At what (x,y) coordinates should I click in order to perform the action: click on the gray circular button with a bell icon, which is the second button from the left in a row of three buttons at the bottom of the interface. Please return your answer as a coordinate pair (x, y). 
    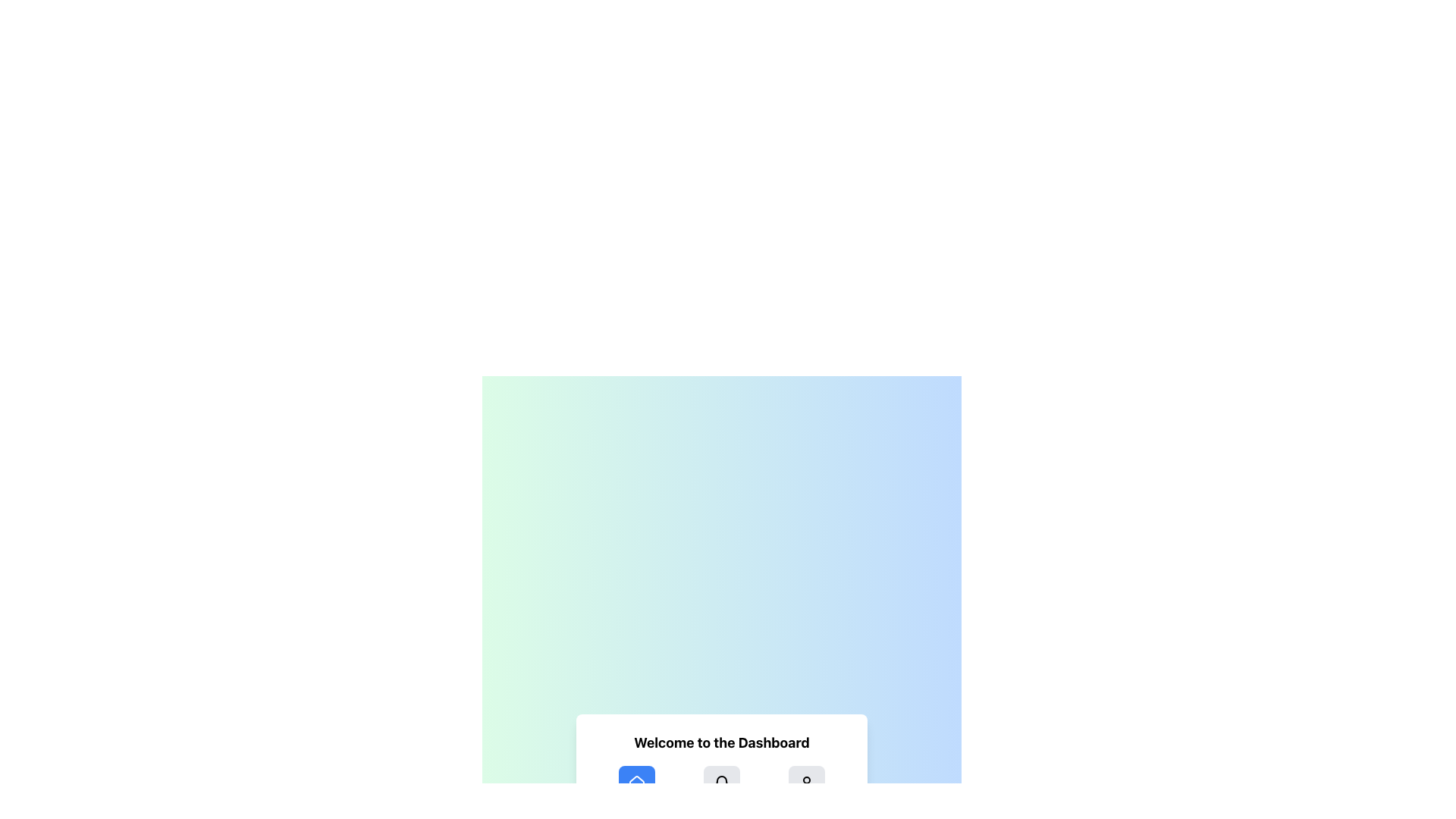
    Looking at the image, I should click on (720, 783).